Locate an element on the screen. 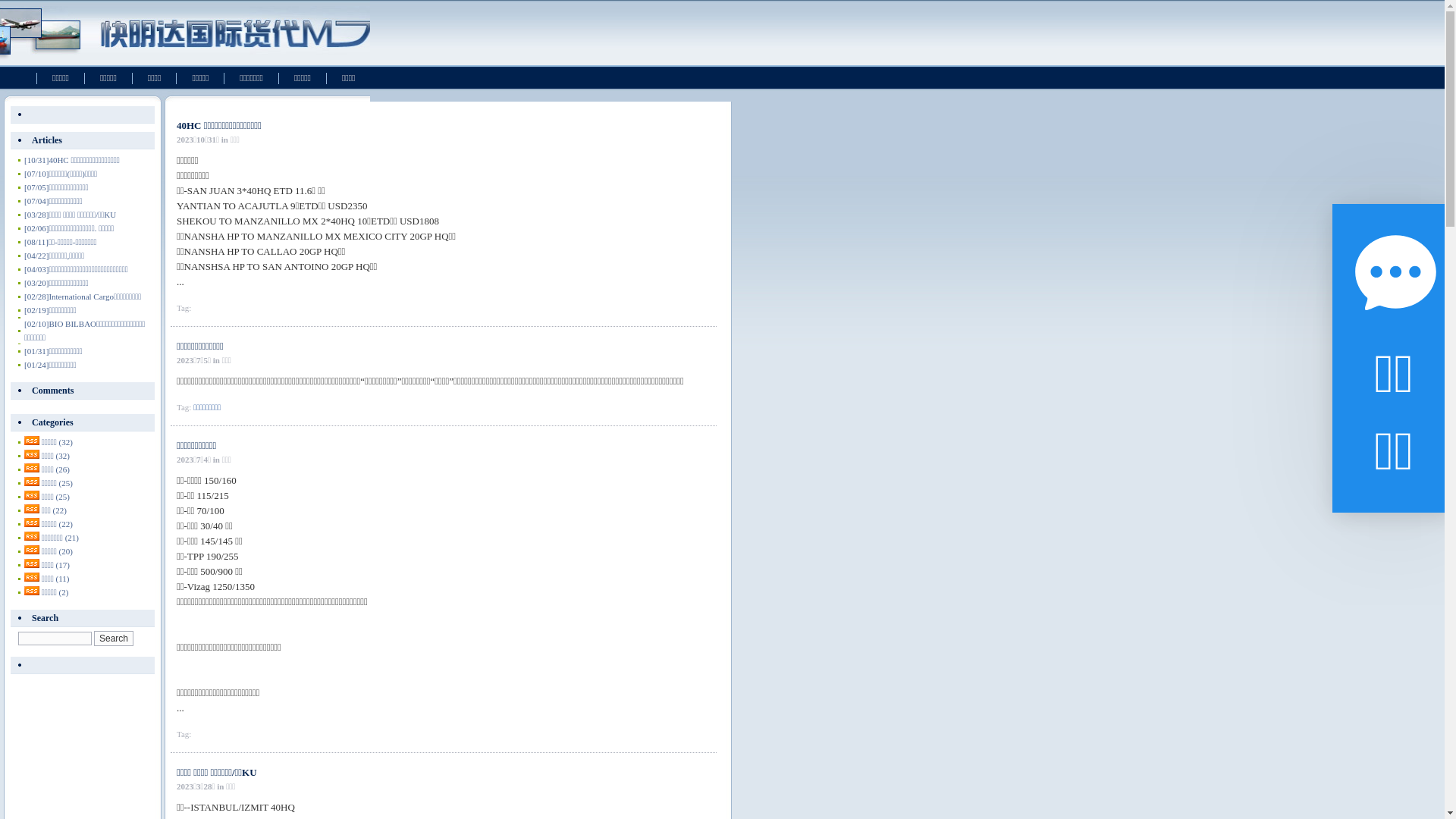  'rss' is located at coordinates (32, 576).